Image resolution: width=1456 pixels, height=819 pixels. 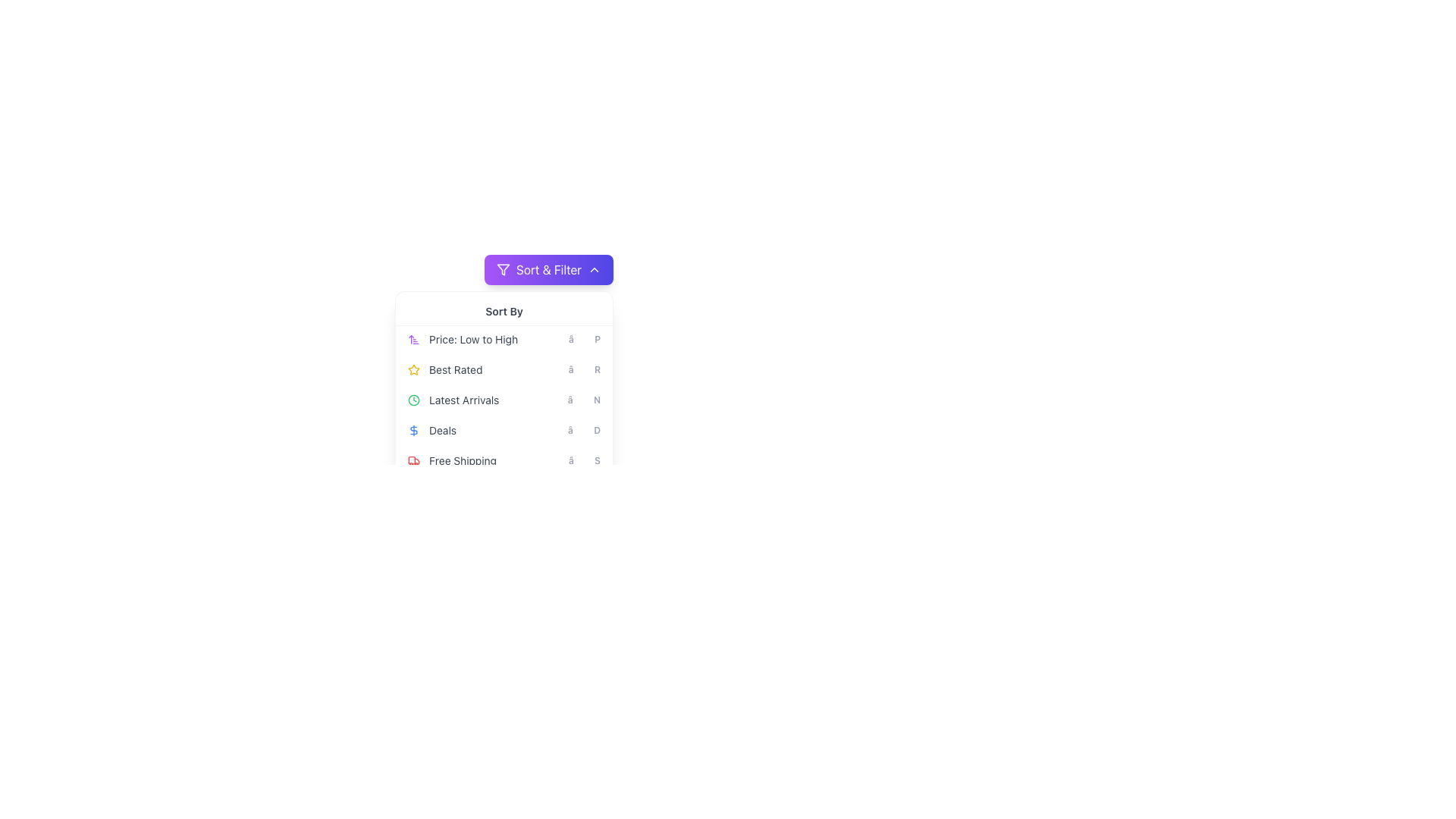 What do you see at coordinates (504, 430) in the screenshot?
I see `the 'Sort By Deals' button, which is the fourth option in the vertical list under the 'Sort By' category, positioned between 'Latest Arrivals' and 'Free Shipping'` at bounding box center [504, 430].